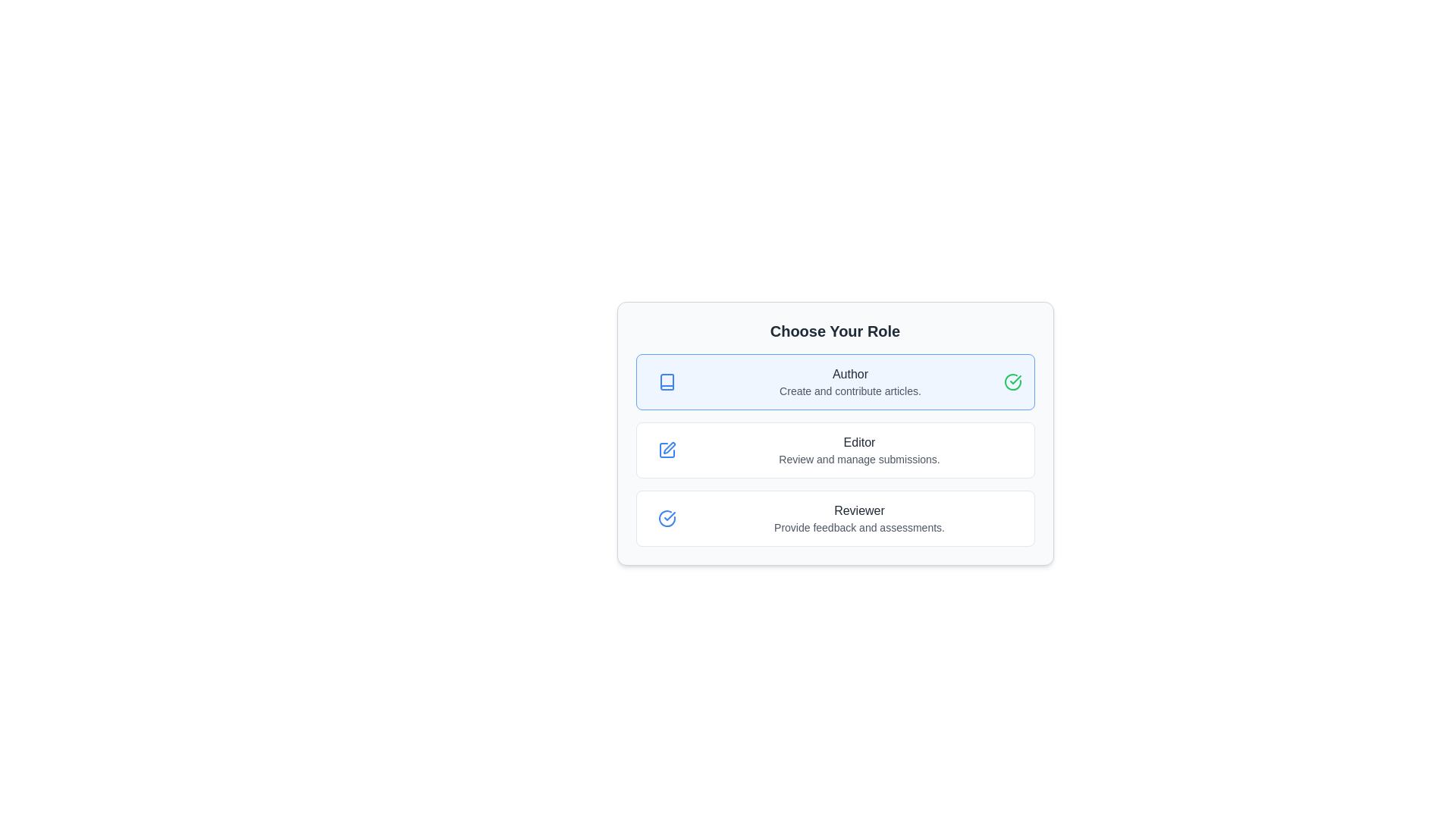 The height and width of the screenshot is (819, 1456). I want to click on the visual indicator icon for the Editor role in the 'Choose Your Role' section, so click(667, 450).